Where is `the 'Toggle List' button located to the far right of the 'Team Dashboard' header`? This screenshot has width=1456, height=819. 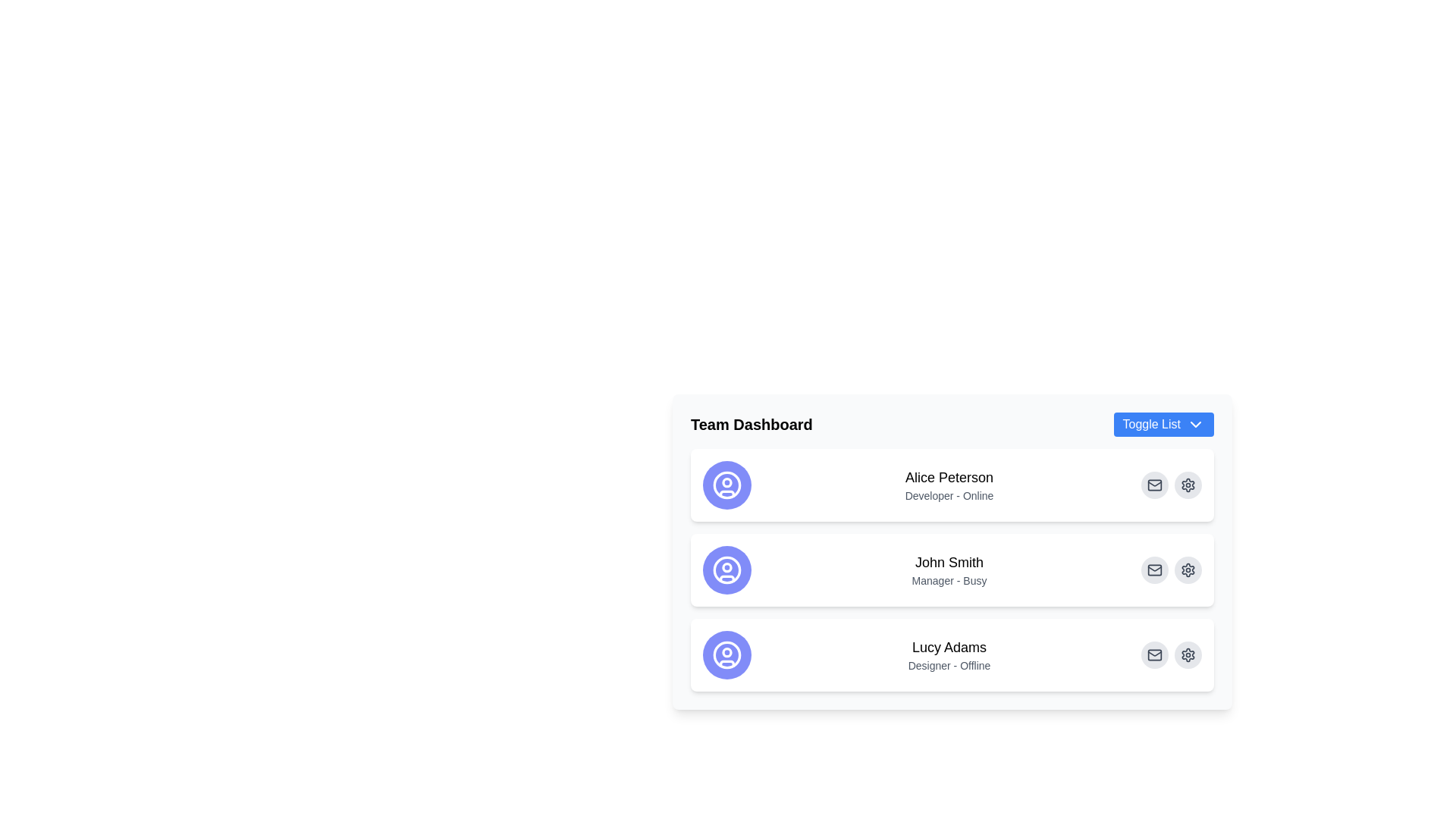
the 'Toggle List' button located to the far right of the 'Team Dashboard' header is located at coordinates (1163, 424).